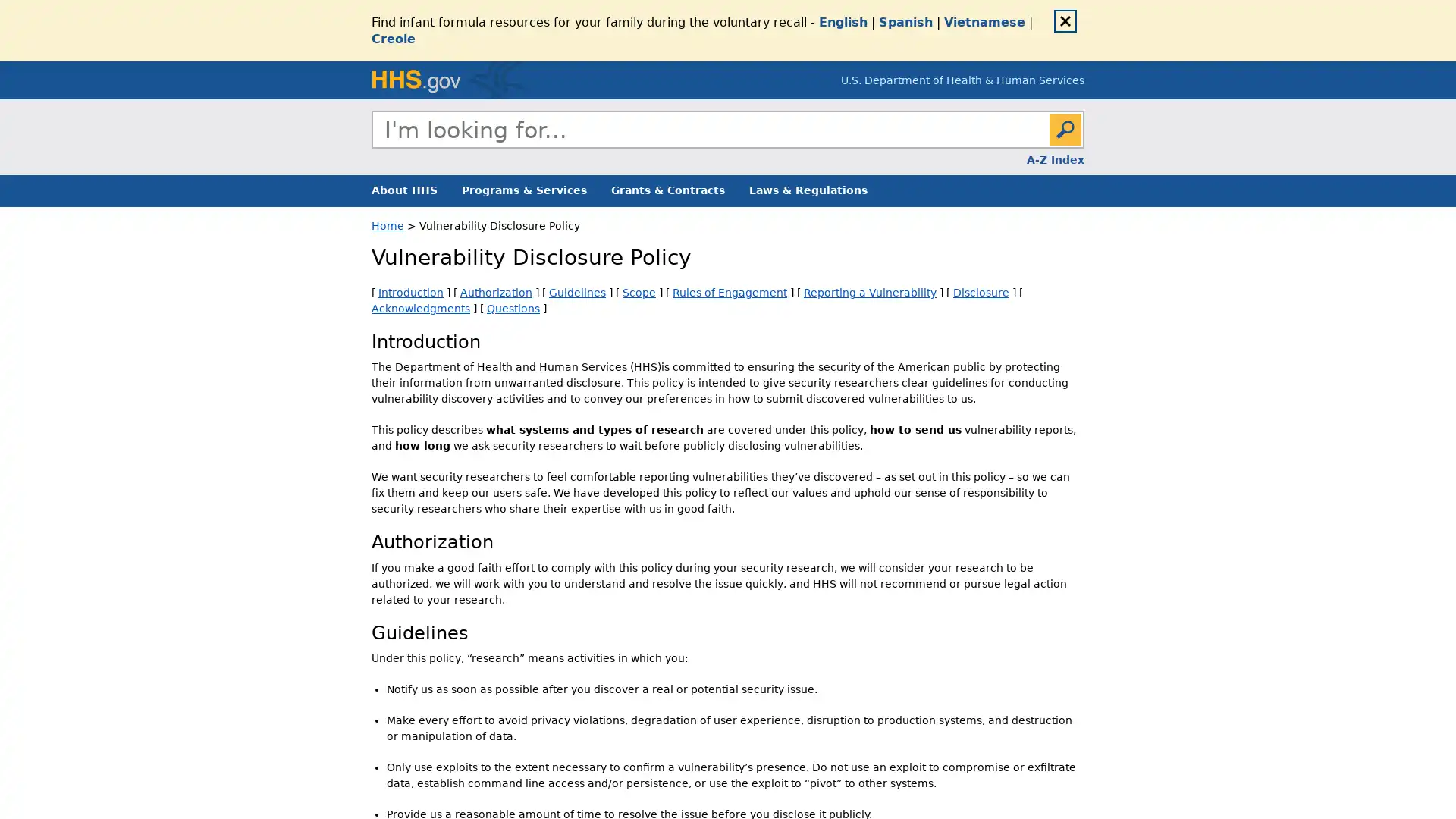  Describe the element at coordinates (1065, 128) in the screenshot. I see `Search` at that location.